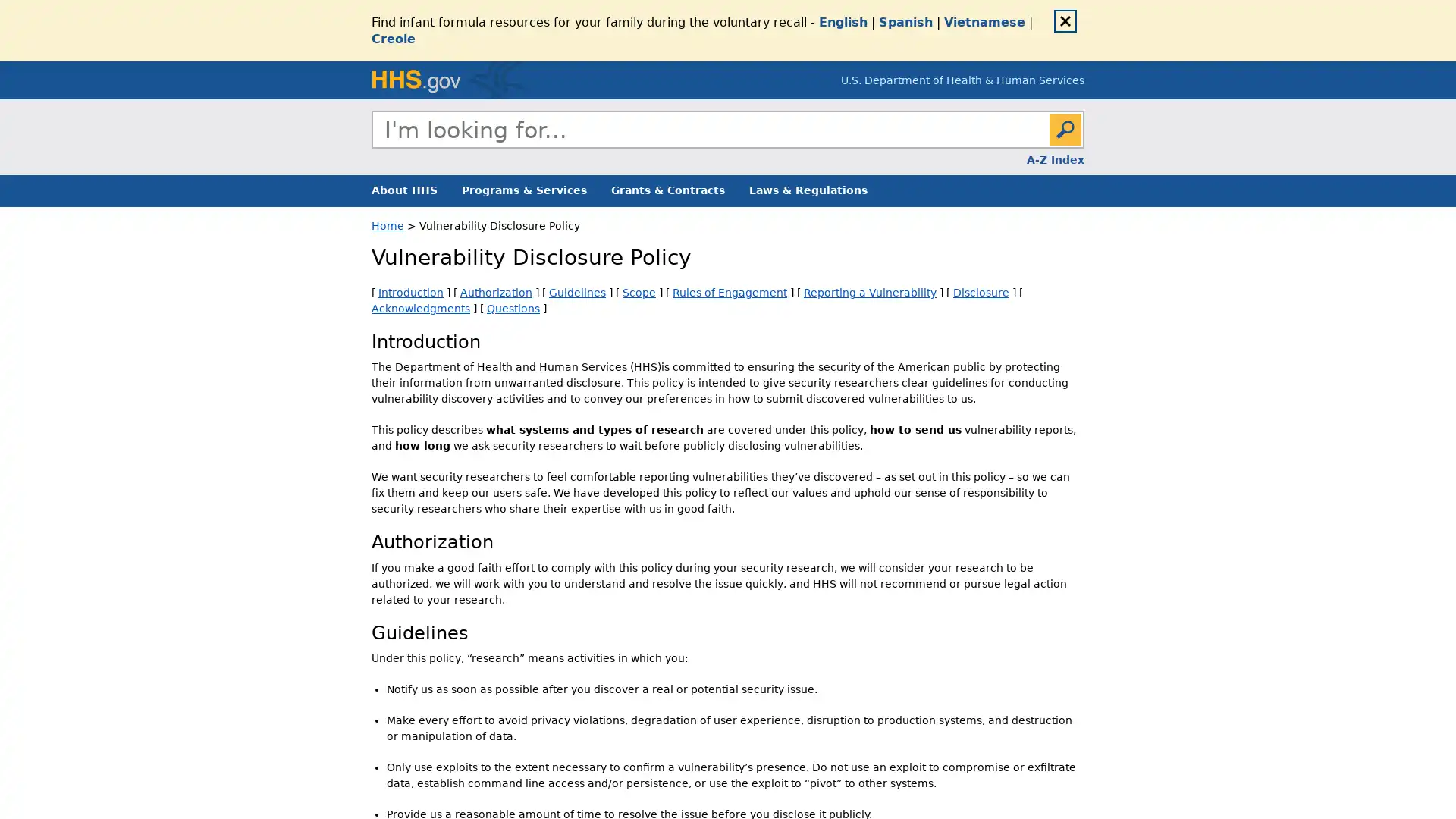  Describe the element at coordinates (1065, 128) in the screenshot. I see `Search` at that location.